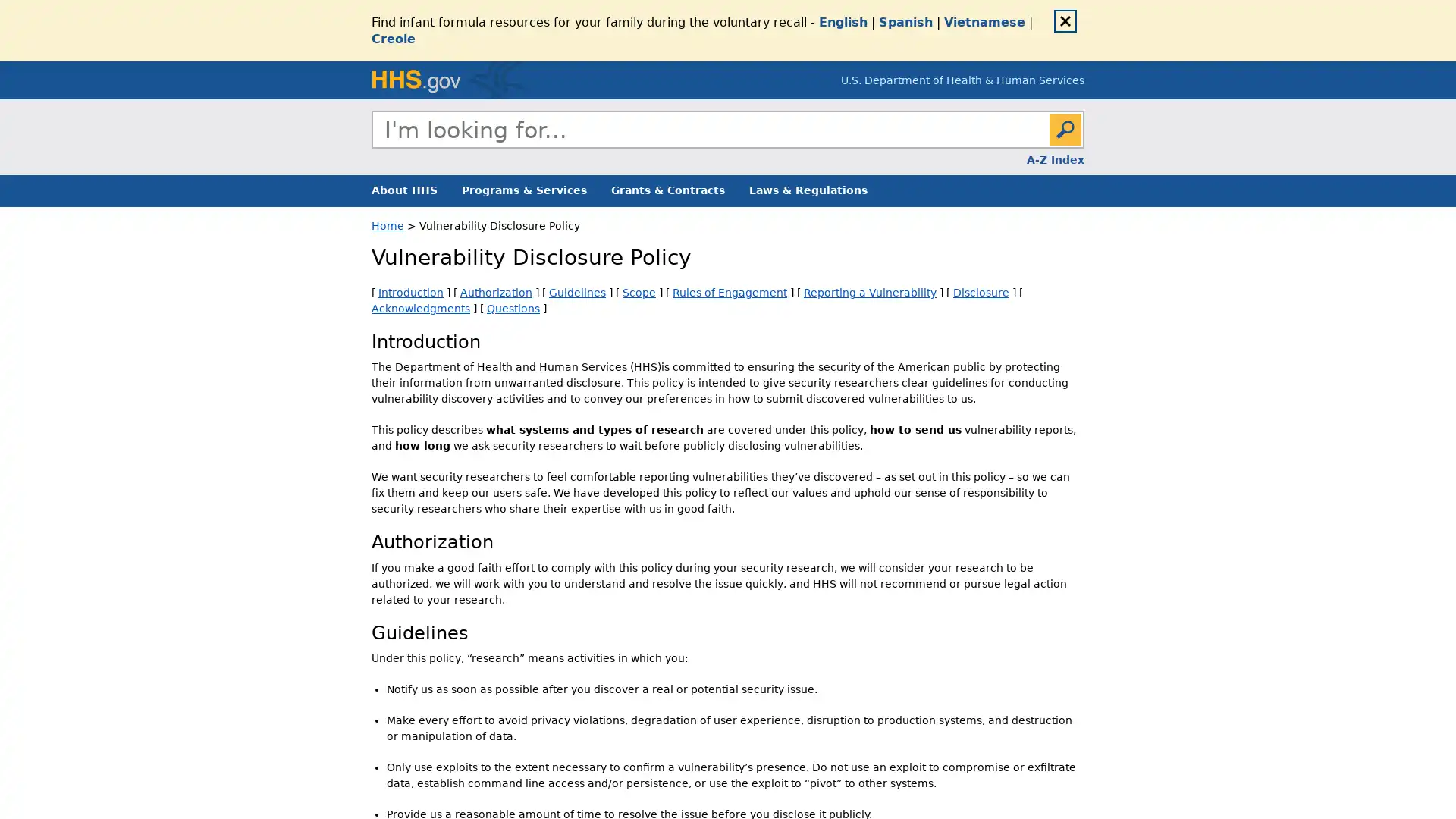  Describe the element at coordinates (1065, 128) in the screenshot. I see `Search` at that location.